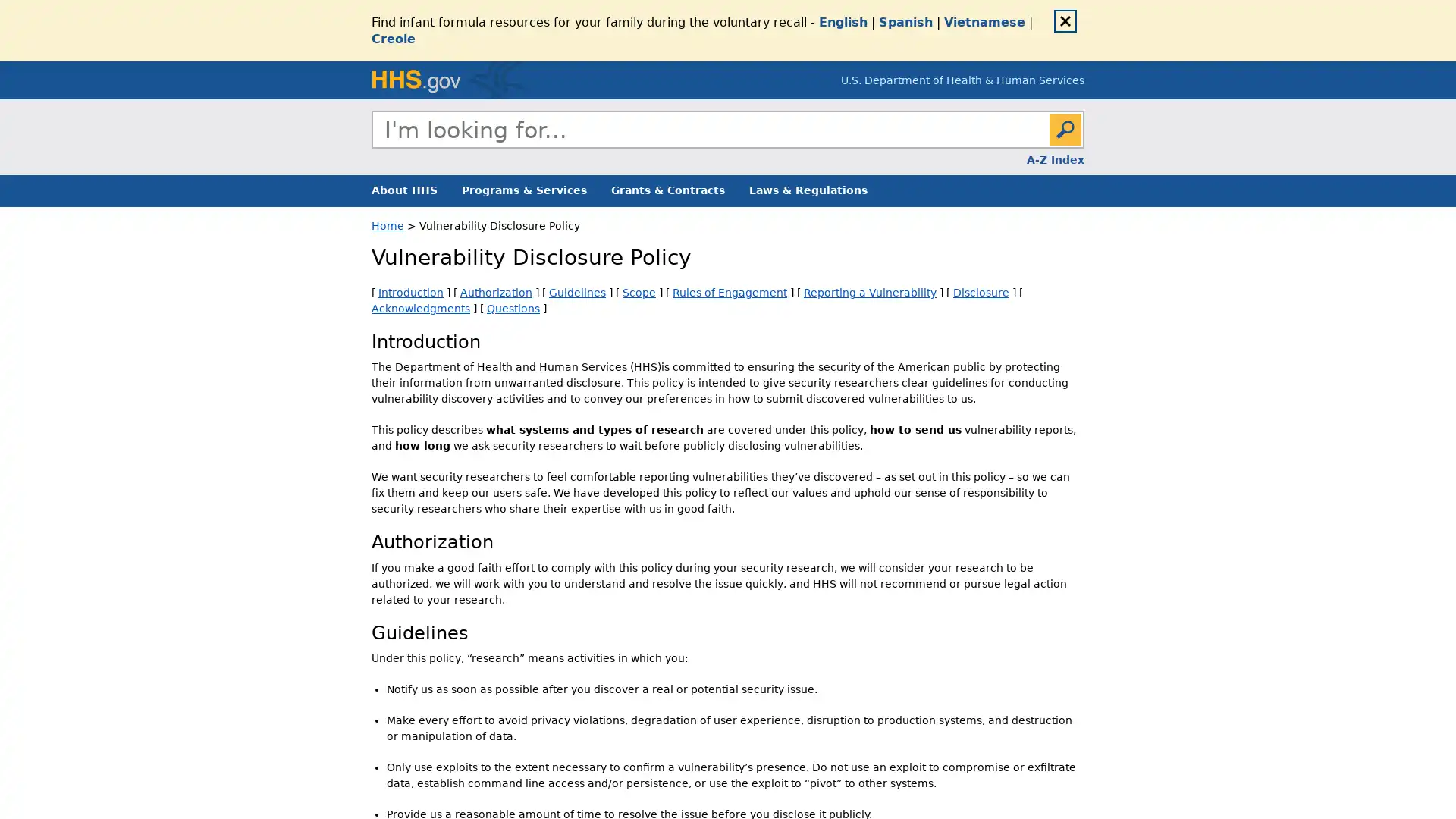  Describe the element at coordinates (1065, 128) in the screenshot. I see `Search` at that location.